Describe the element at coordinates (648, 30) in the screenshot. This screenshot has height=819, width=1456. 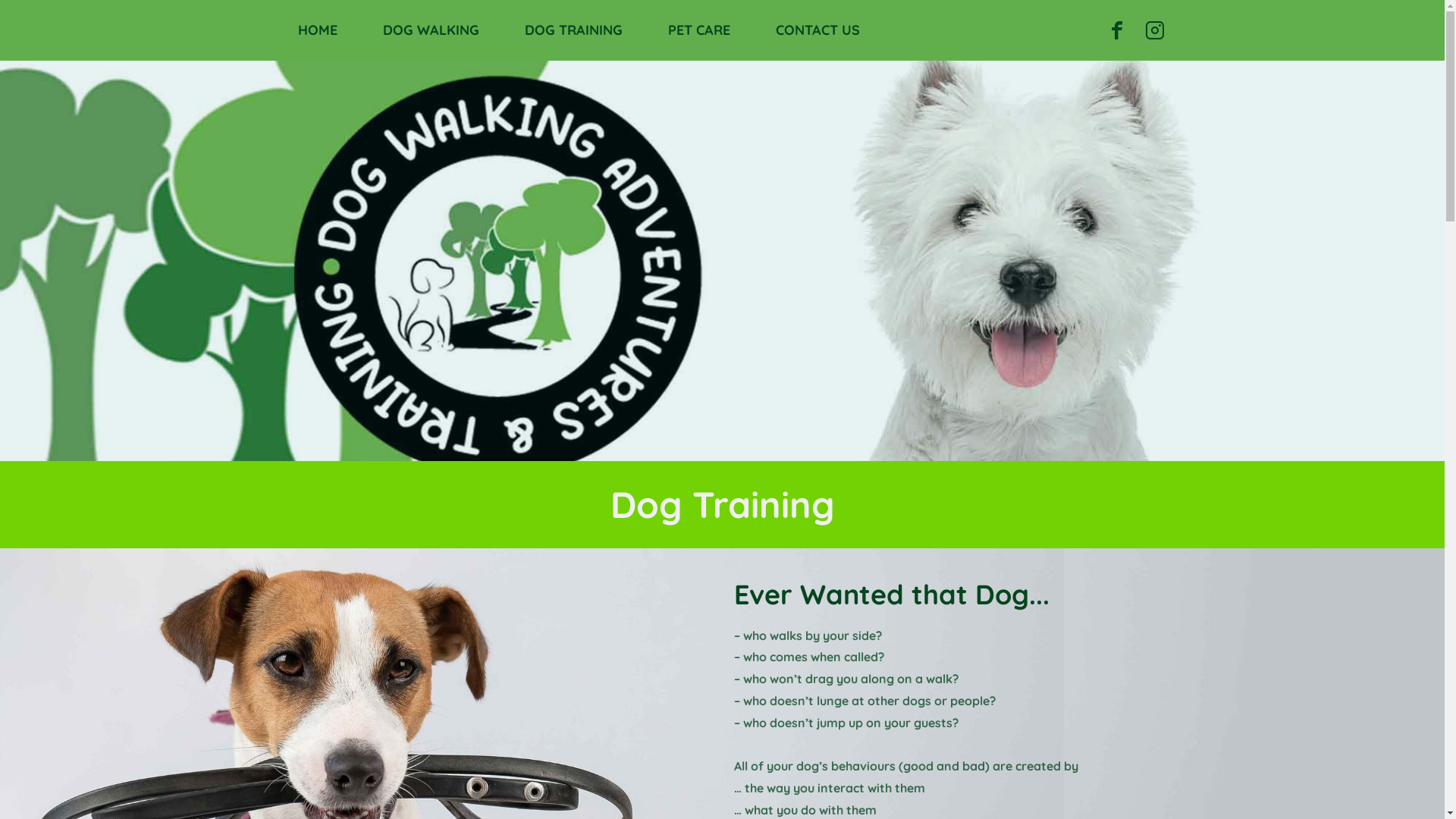
I see `'PET CARE'` at that location.